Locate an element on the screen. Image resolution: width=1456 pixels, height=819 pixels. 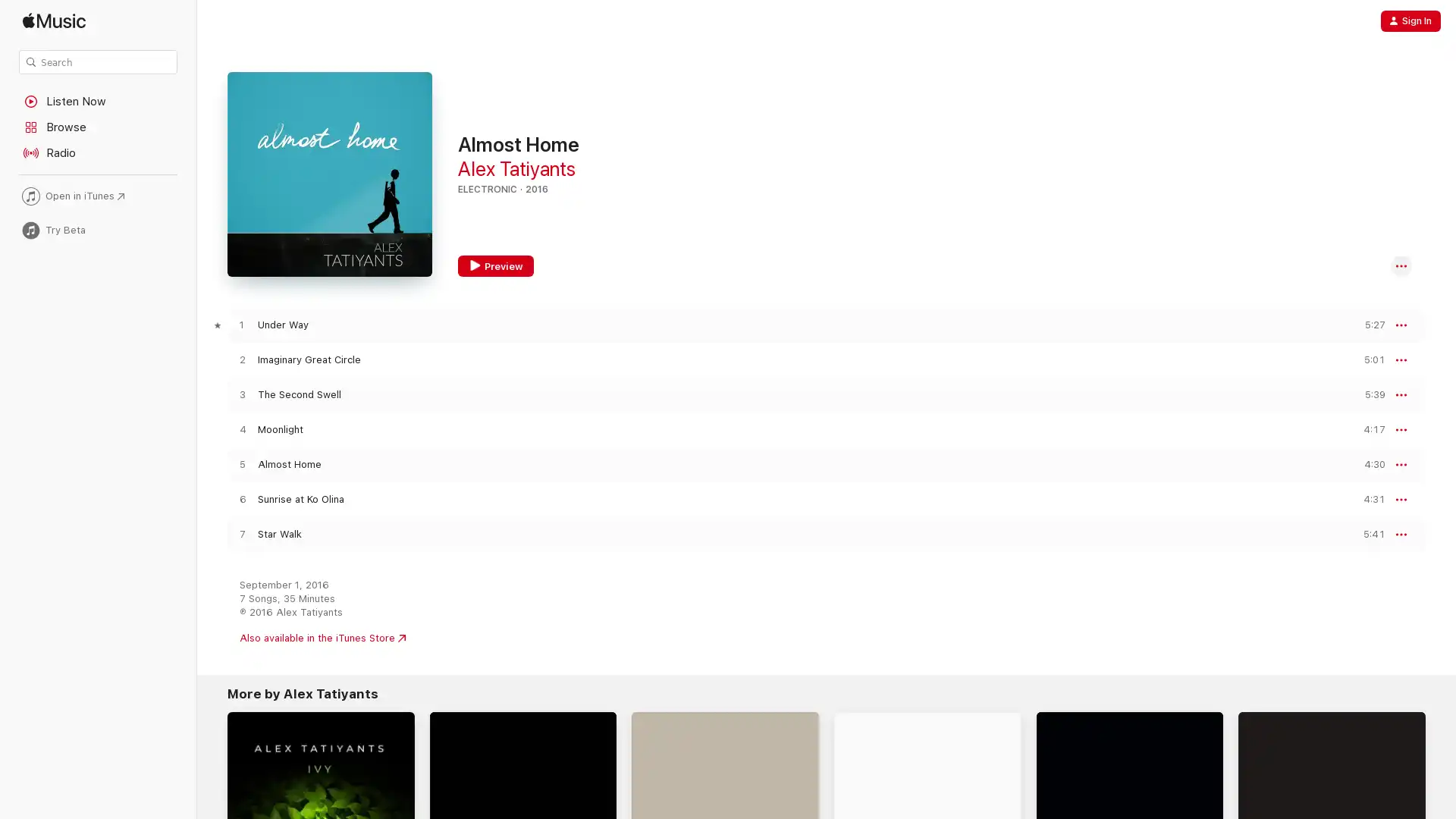
Try Beta is located at coordinates (97, 230).